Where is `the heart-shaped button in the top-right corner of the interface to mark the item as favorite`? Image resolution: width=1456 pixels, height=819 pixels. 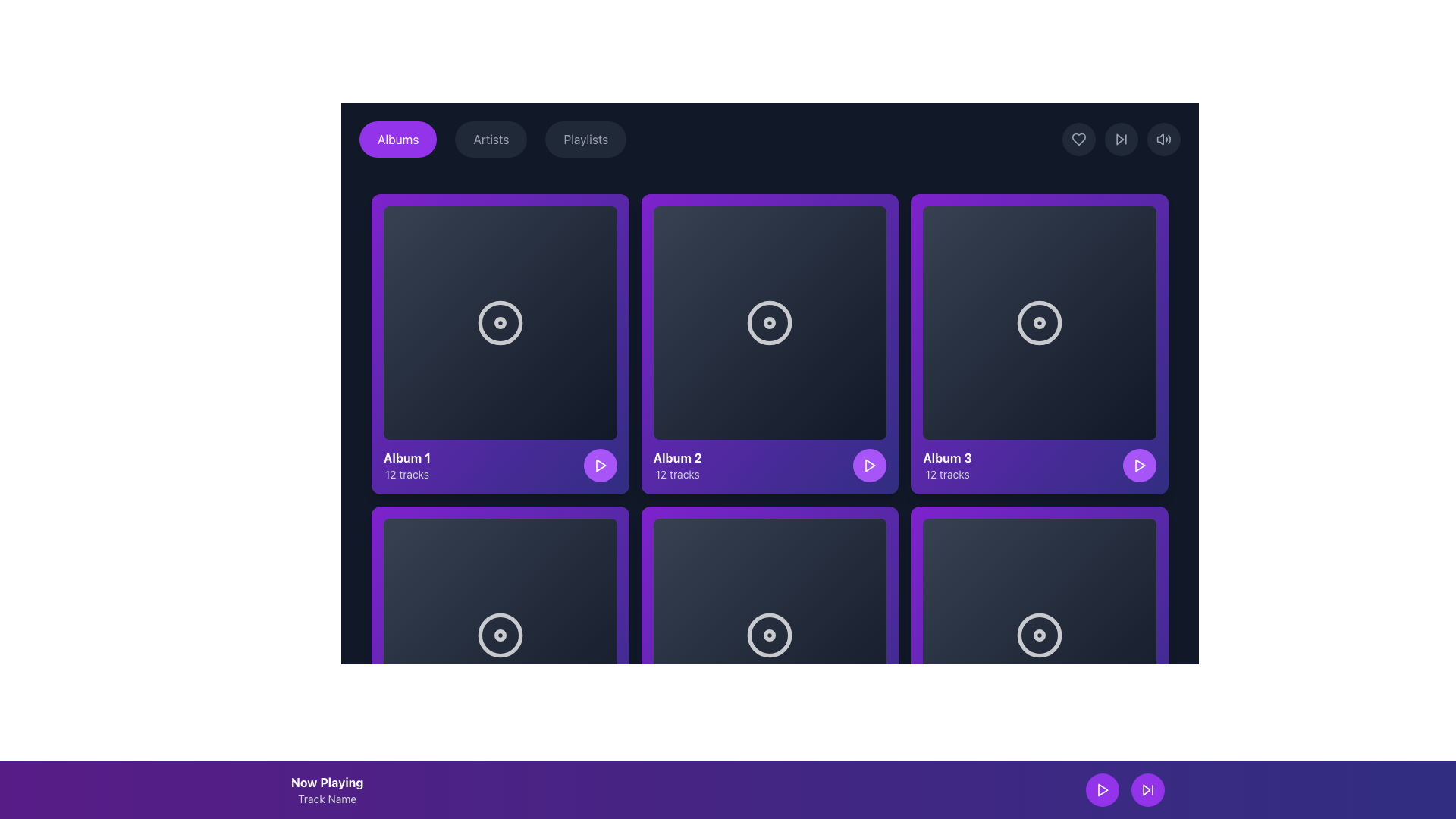 the heart-shaped button in the top-right corner of the interface to mark the item as favorite is located at coordinates (1078, 140).